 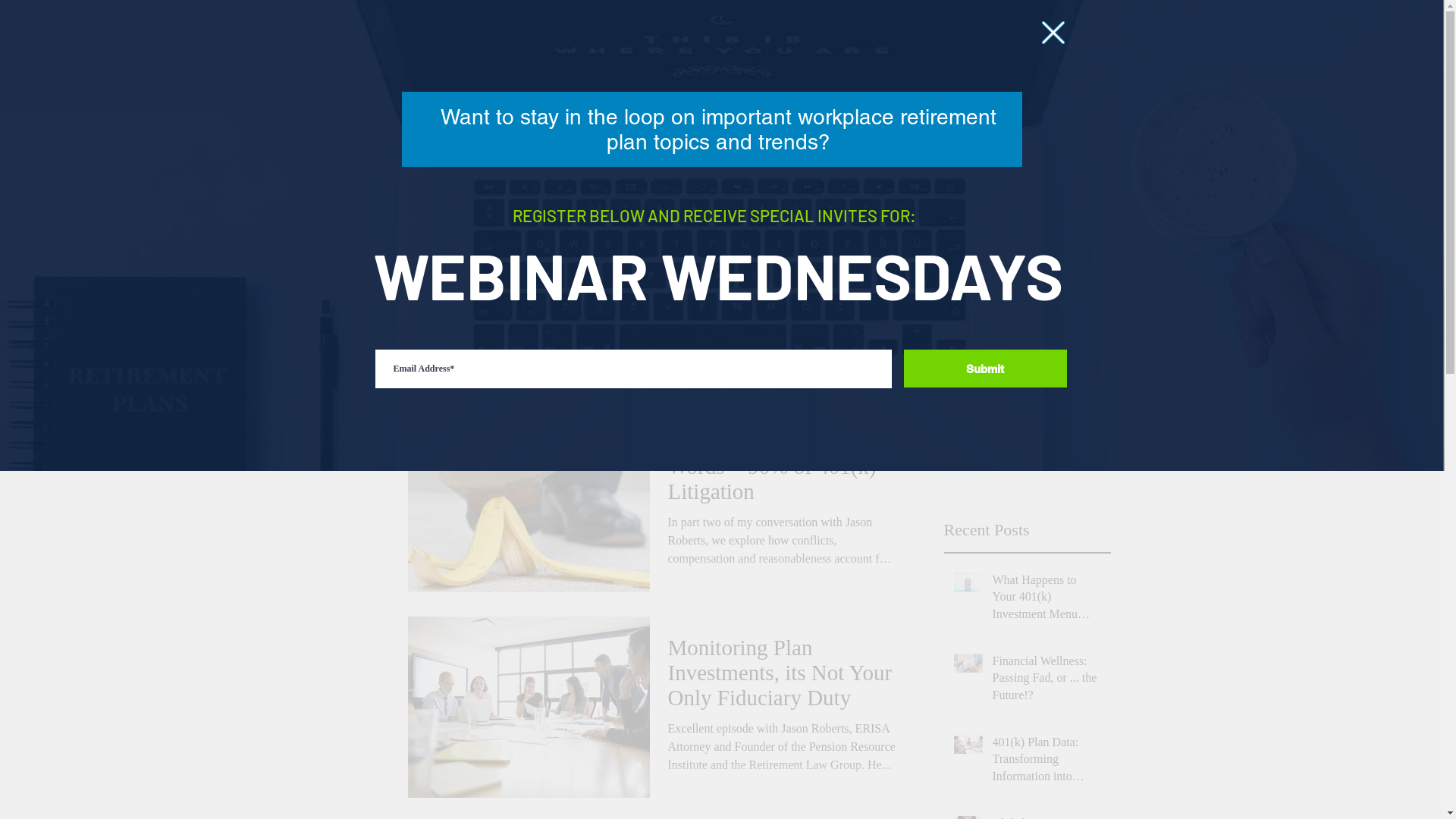 What do you see at coordinates (903, 369) in the screenshot?
I see `'Submit'` at bounding box center [903, 369].